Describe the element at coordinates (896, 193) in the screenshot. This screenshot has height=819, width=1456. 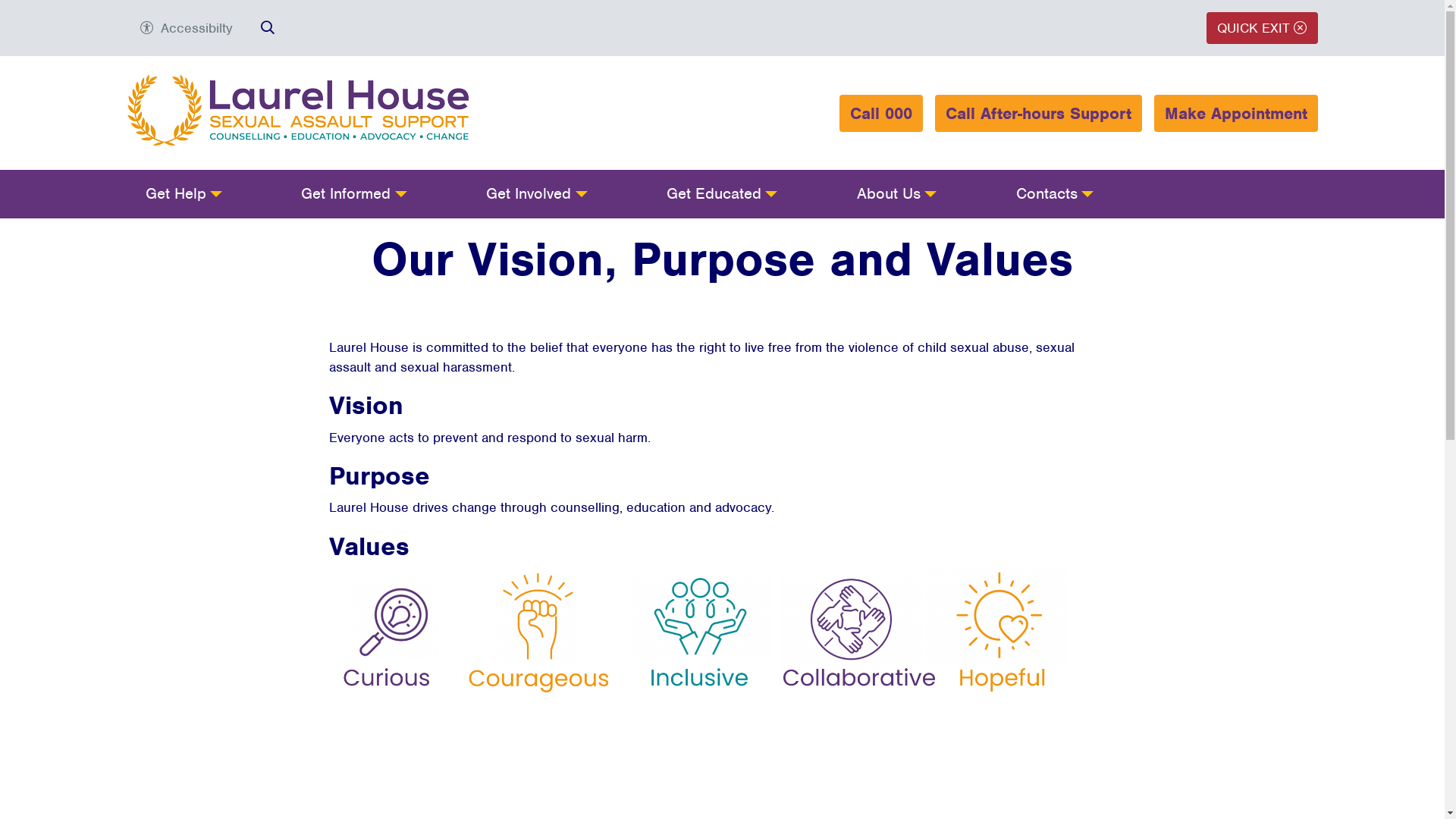
I see `'About Us'` at that location.